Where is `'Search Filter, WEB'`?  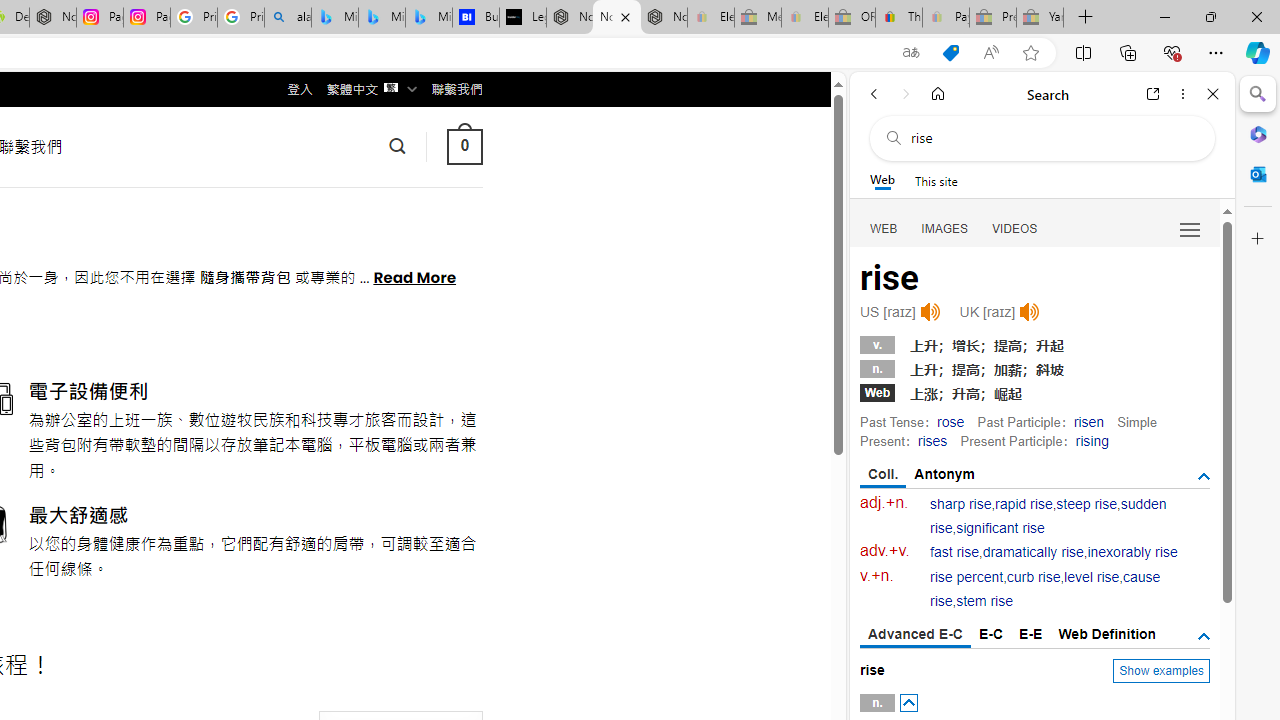
'Search Filter, WEB' is located at coordinates (883, 227).